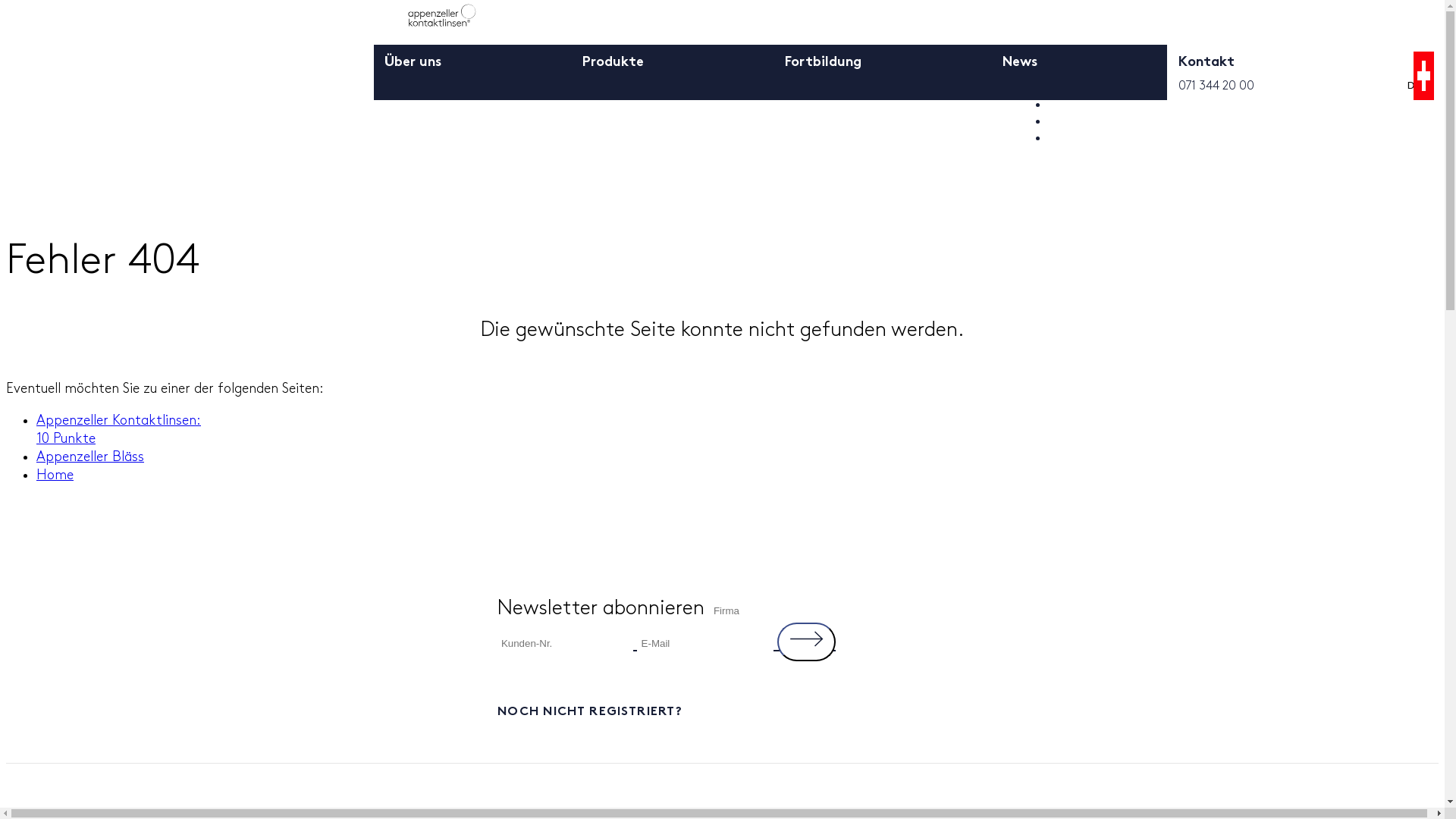  What do you see at coordinates (722, 710) in the screenshot?
I see `'NOCH NICHT REGISTRIERT?'` at bounding box center [722, 710].